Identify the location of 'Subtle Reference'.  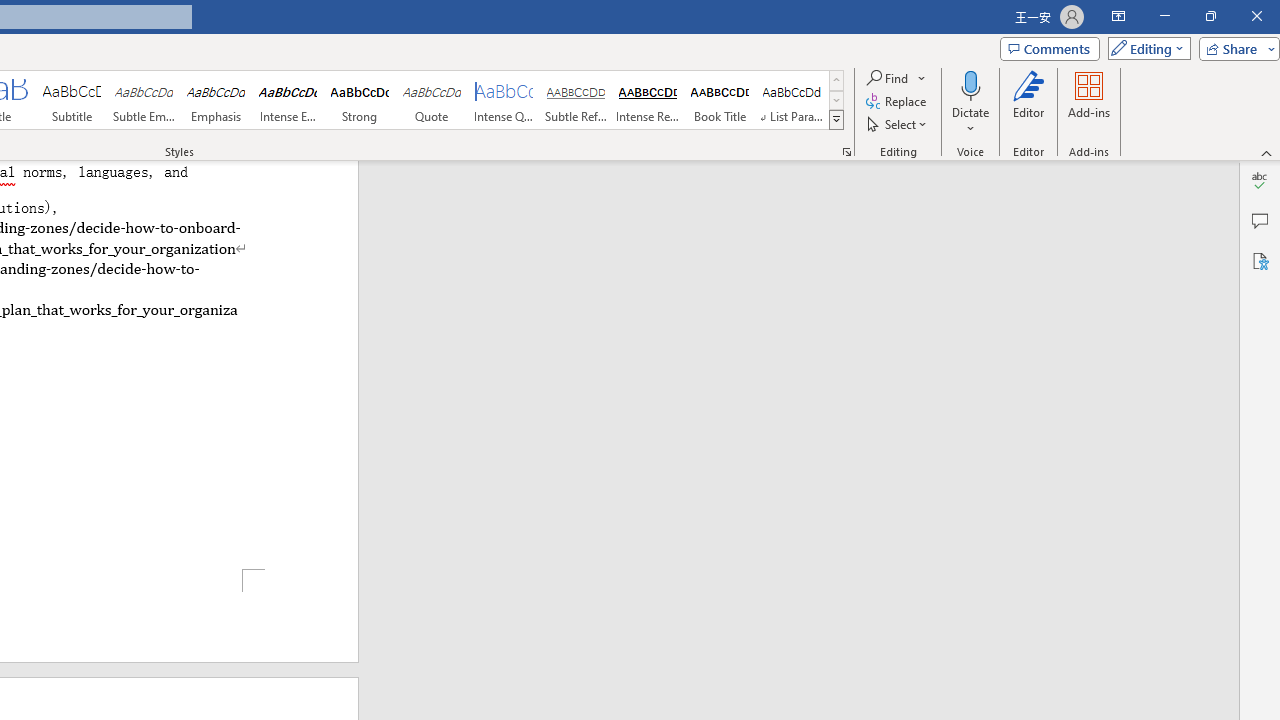
(575, 100).